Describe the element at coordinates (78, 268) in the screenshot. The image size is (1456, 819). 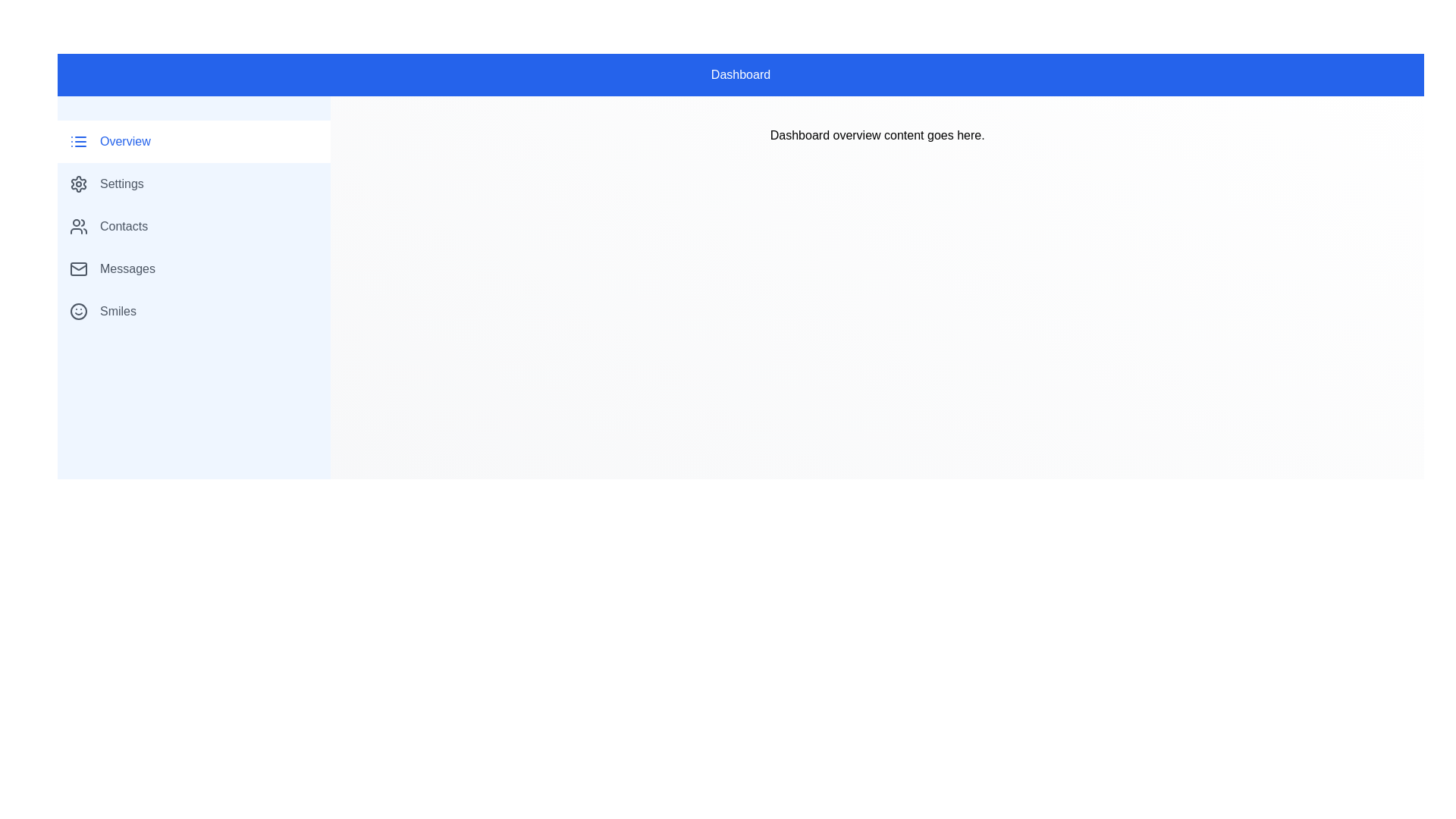
I see `the 'Messages' icon in the sidebar menu, which is positioned directly to the left of the 'Messages' label` at that location.